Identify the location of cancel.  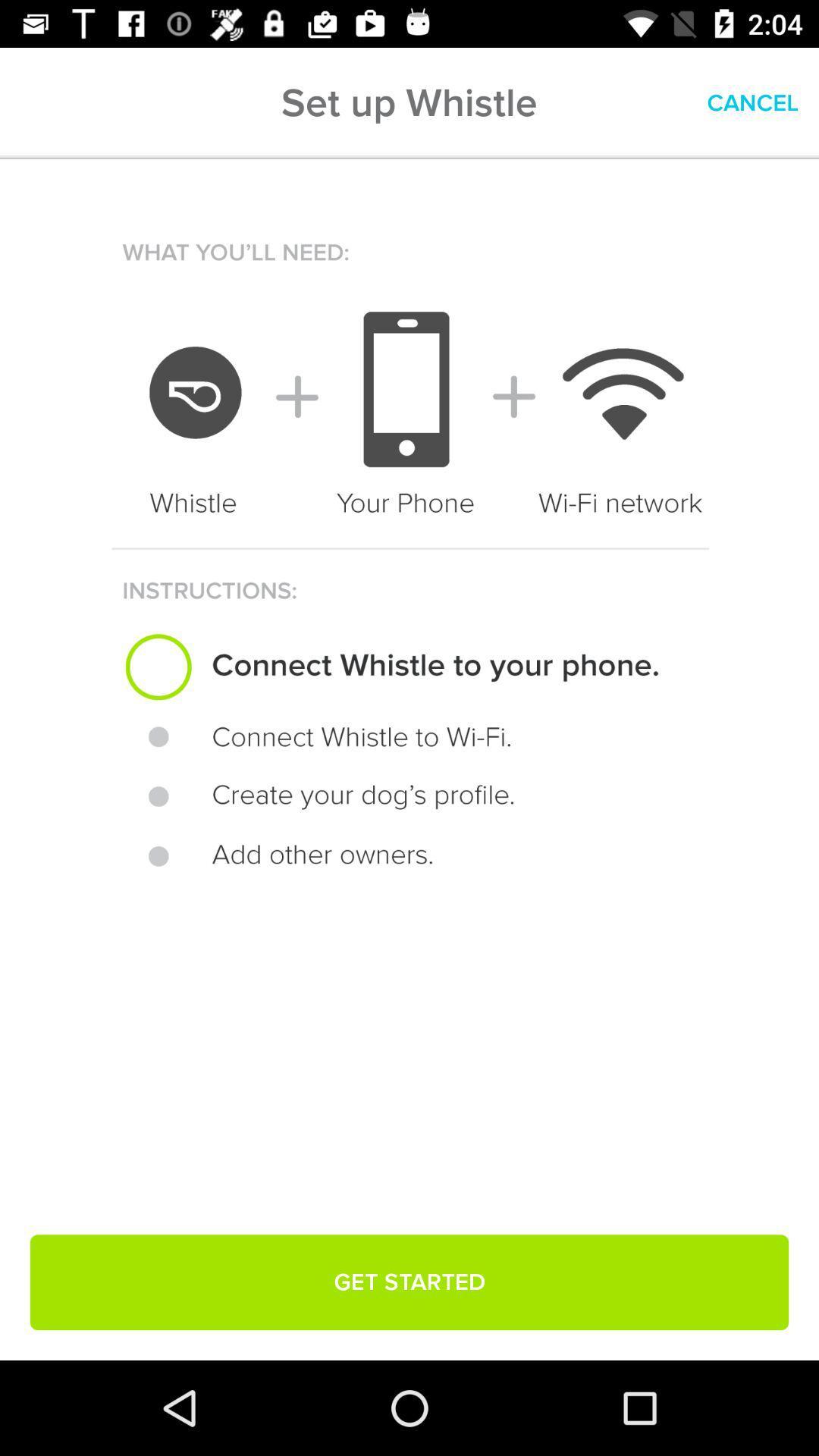
(752, 102).